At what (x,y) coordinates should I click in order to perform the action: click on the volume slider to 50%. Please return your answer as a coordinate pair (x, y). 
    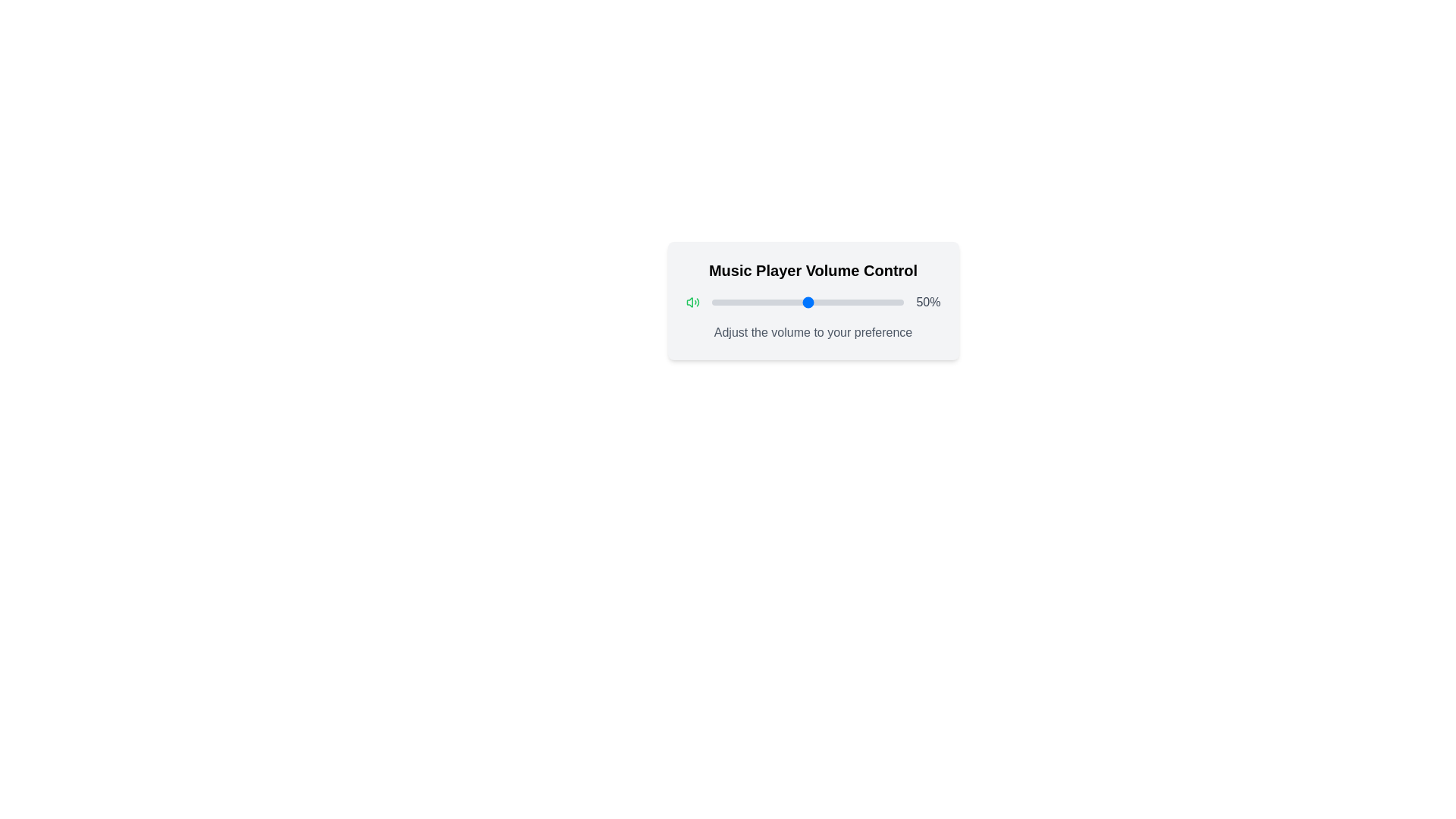
    Looking at the image, I should click on (807, 302).